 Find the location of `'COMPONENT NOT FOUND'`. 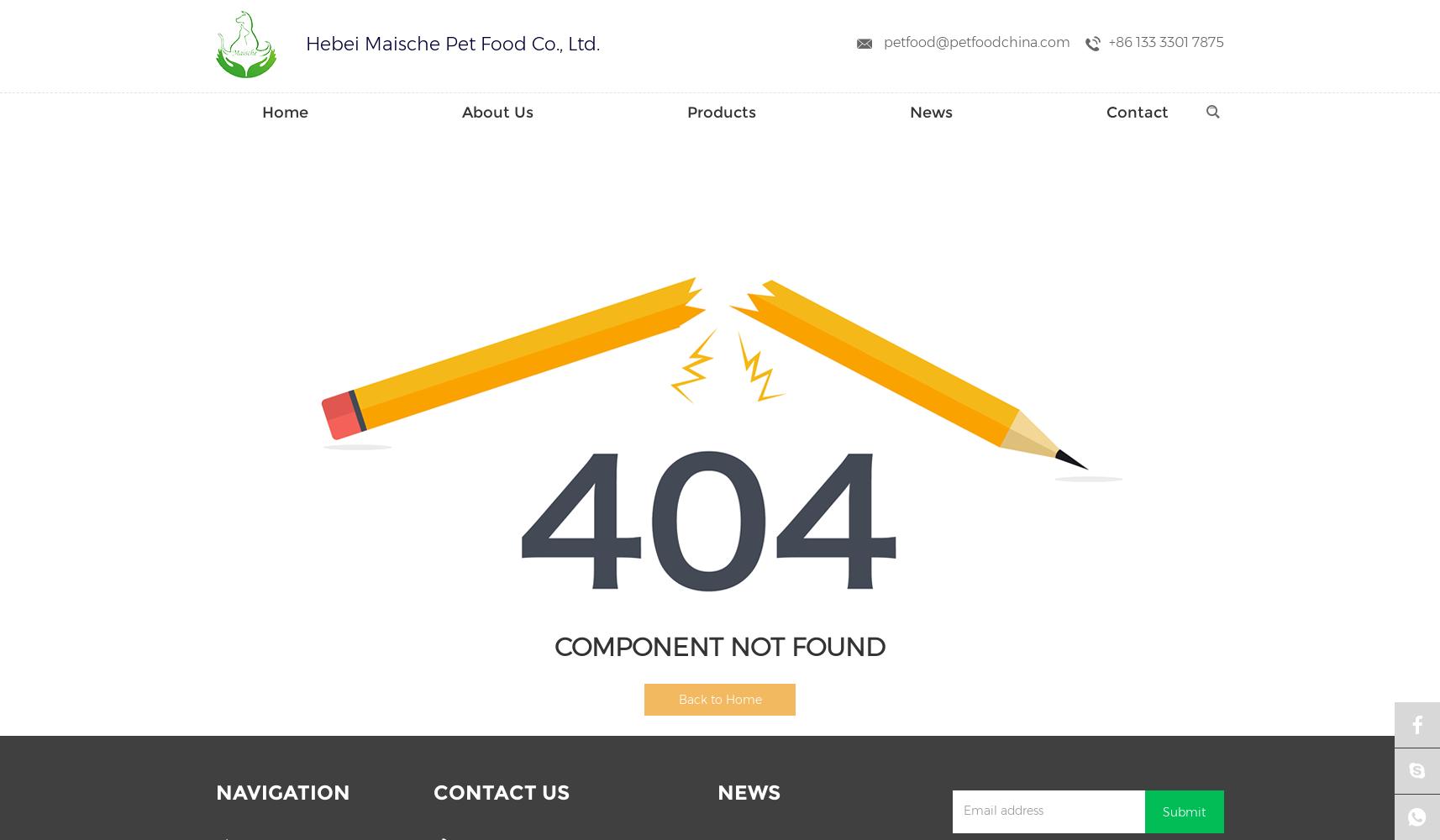

'COMPONENT NOT FOUND' is located at coordinates (720, 647).